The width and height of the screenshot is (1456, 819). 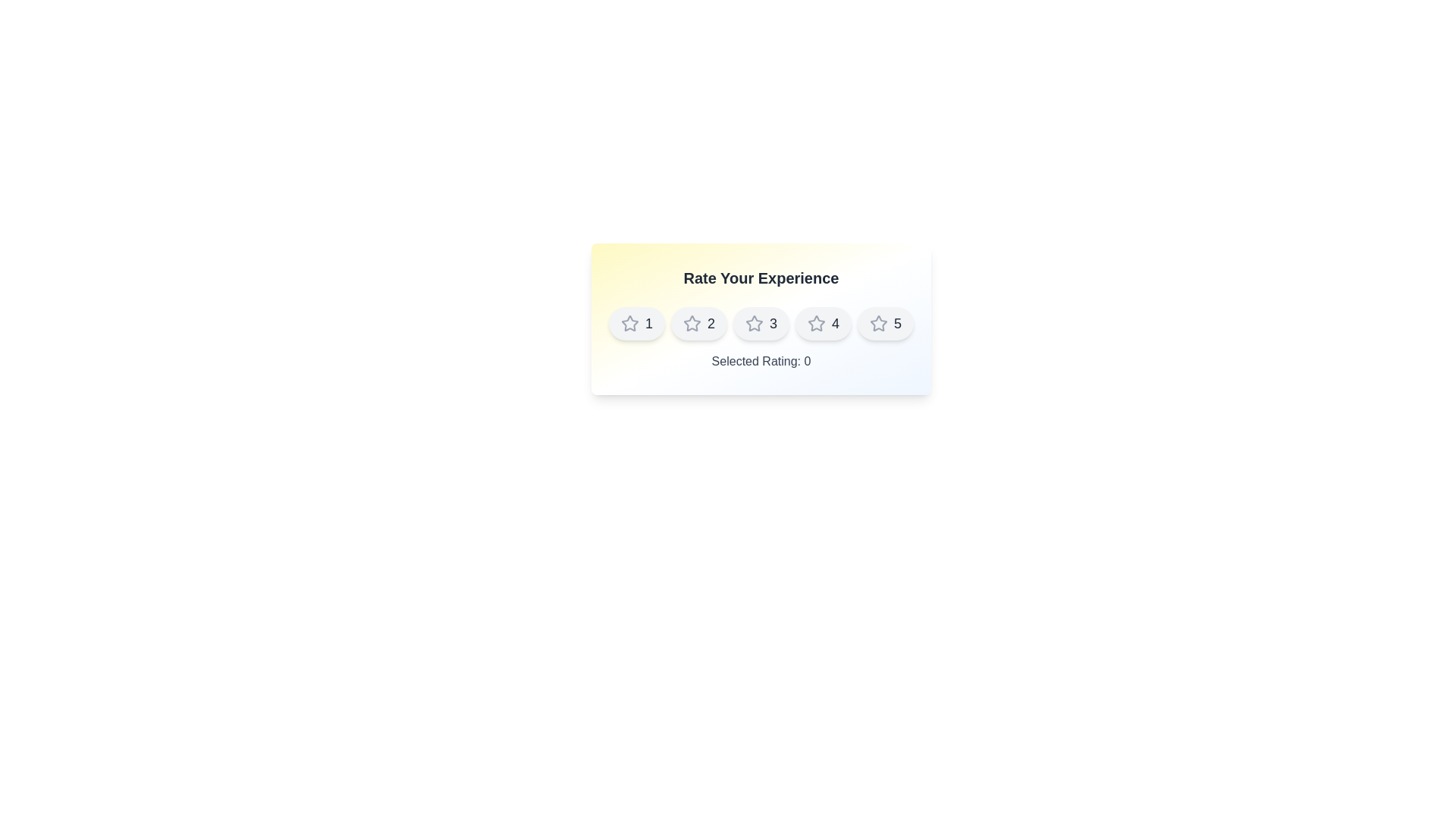 What do you see at coordinates (637, 323) in the screenshot?
I see `the star corresponding to 1` at bounding box center [637, 323].